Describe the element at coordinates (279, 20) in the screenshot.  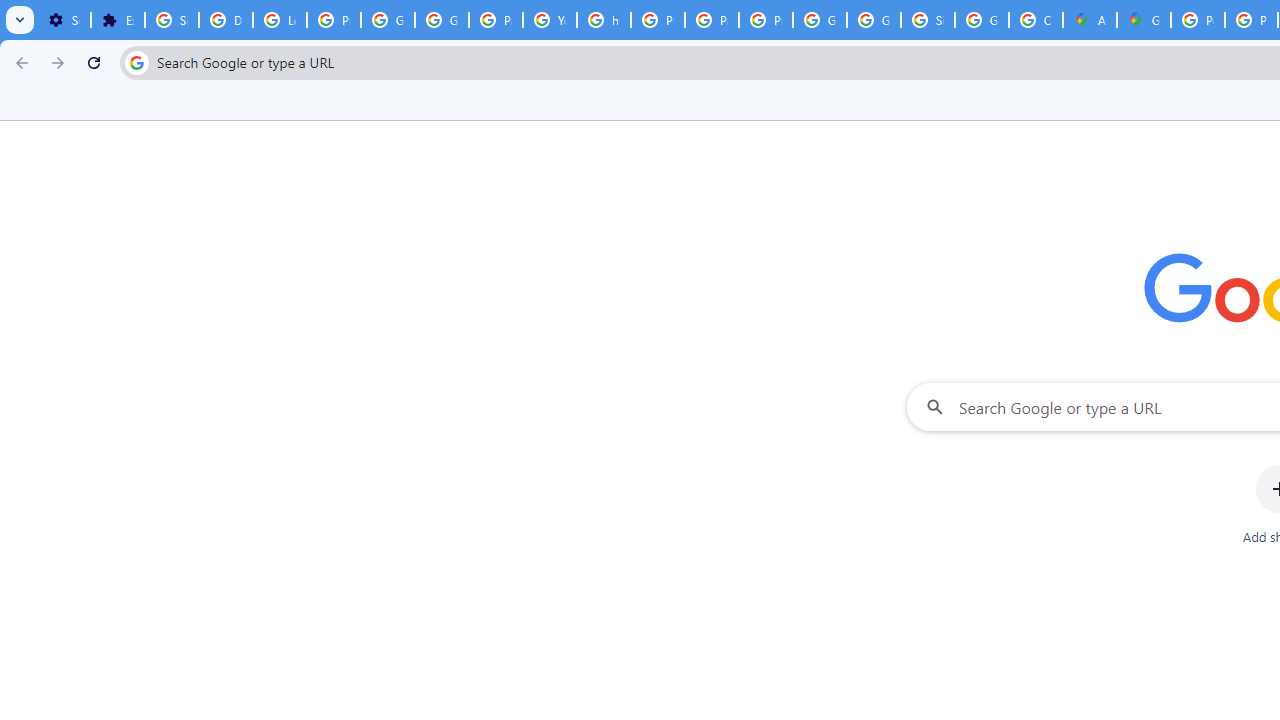
I see `'Learn how to find your photos - Google Photos Help'` at that location.